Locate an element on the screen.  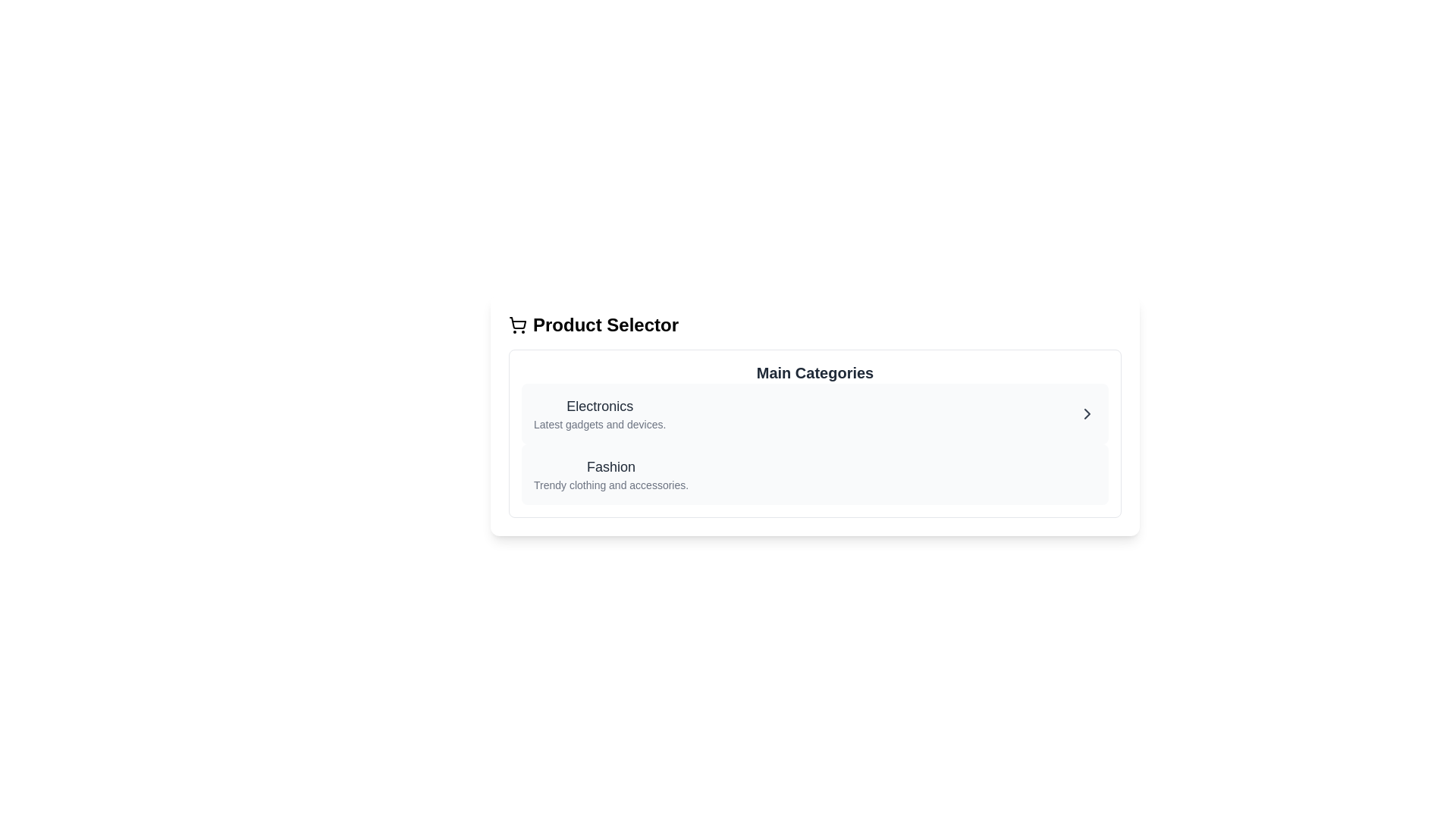
the Text Label that serves as the heading for the 'Fashion' category, located beneath 'Electronics' and above the description 'Trendy clothing and accessories.' is located at coordinates (611, 466).